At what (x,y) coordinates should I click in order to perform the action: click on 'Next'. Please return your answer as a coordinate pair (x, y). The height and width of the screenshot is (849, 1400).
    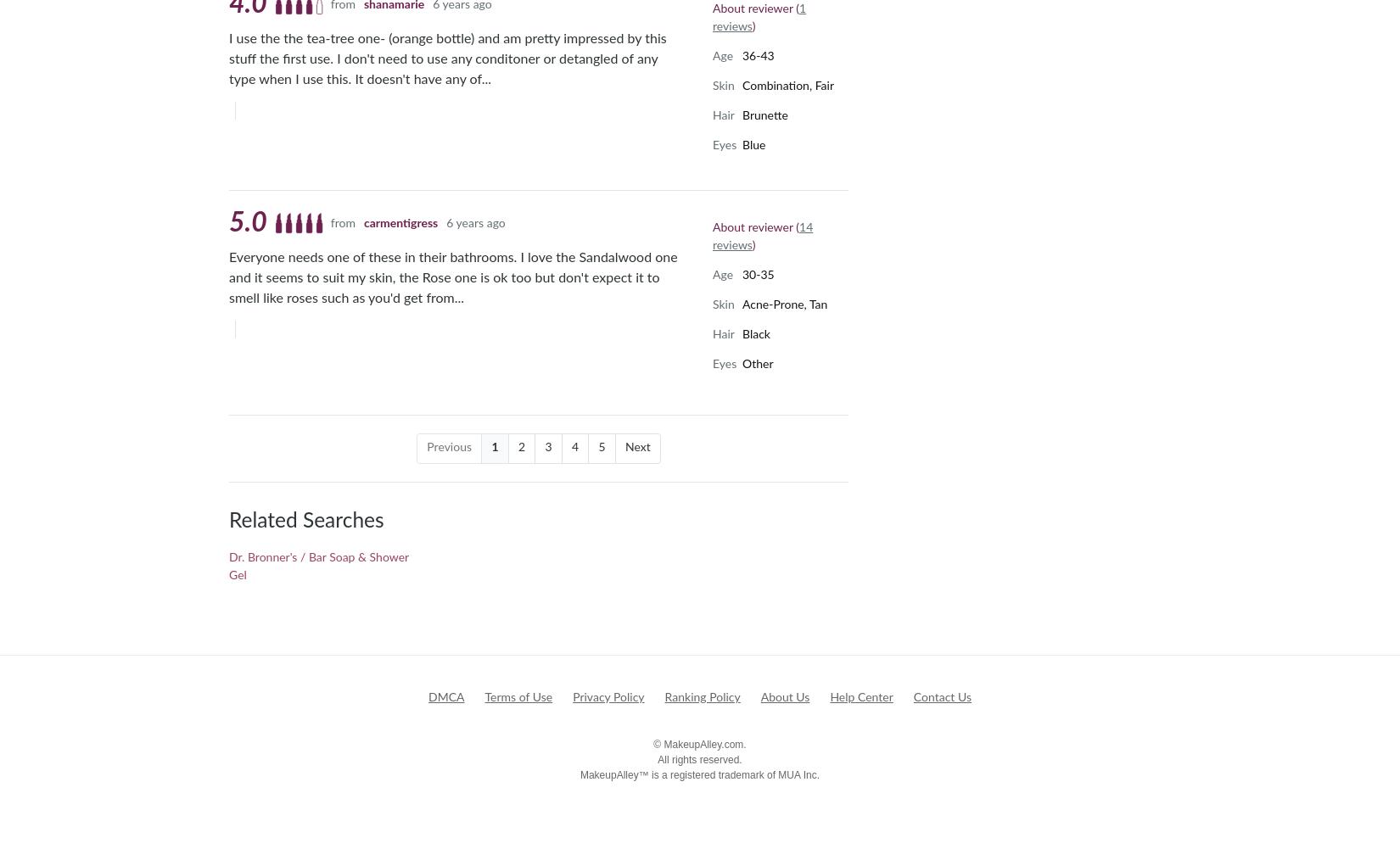
    Looking at the image, I should click on (636, 446).